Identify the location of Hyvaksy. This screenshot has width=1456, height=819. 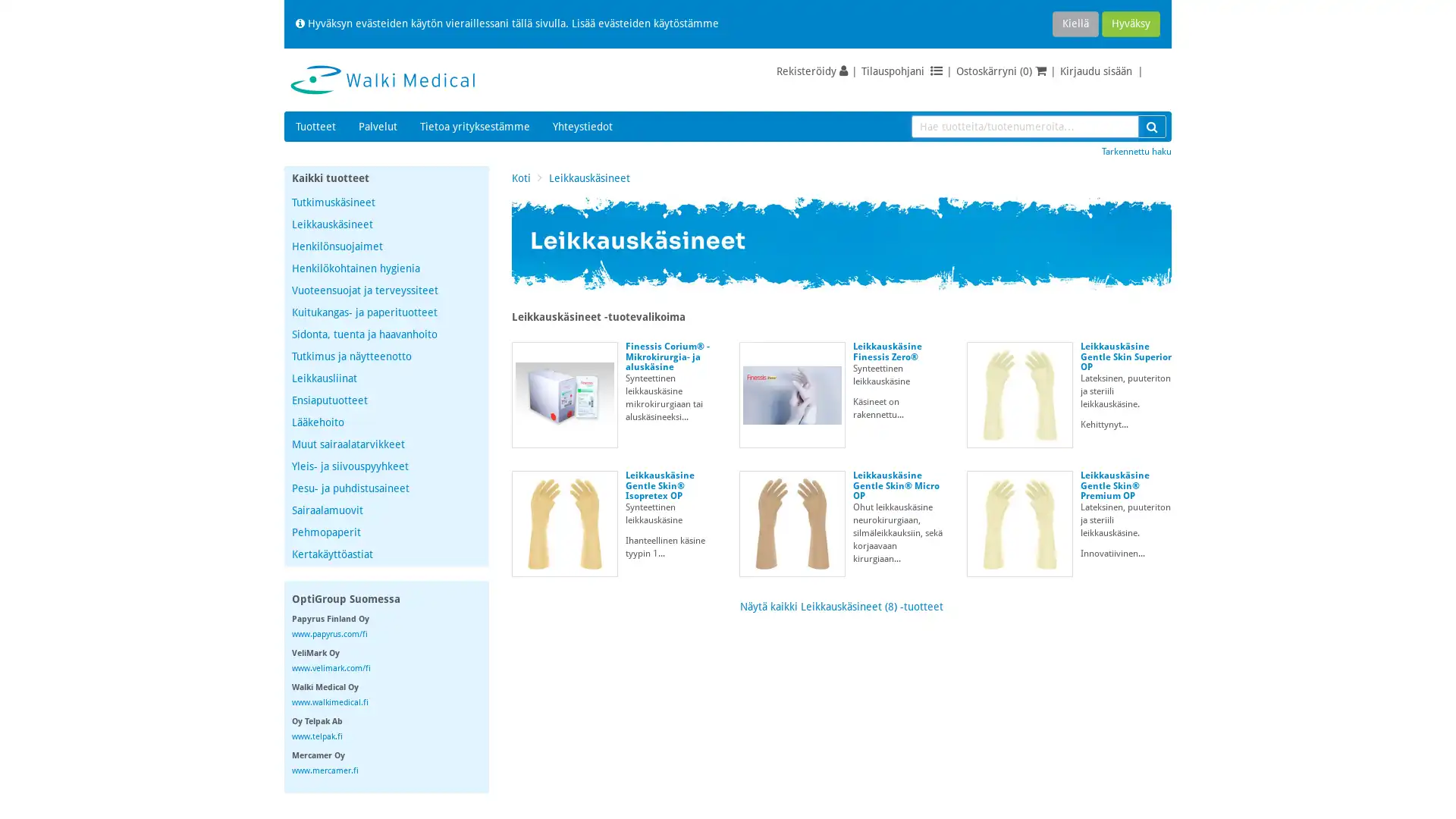
(1131, 24).